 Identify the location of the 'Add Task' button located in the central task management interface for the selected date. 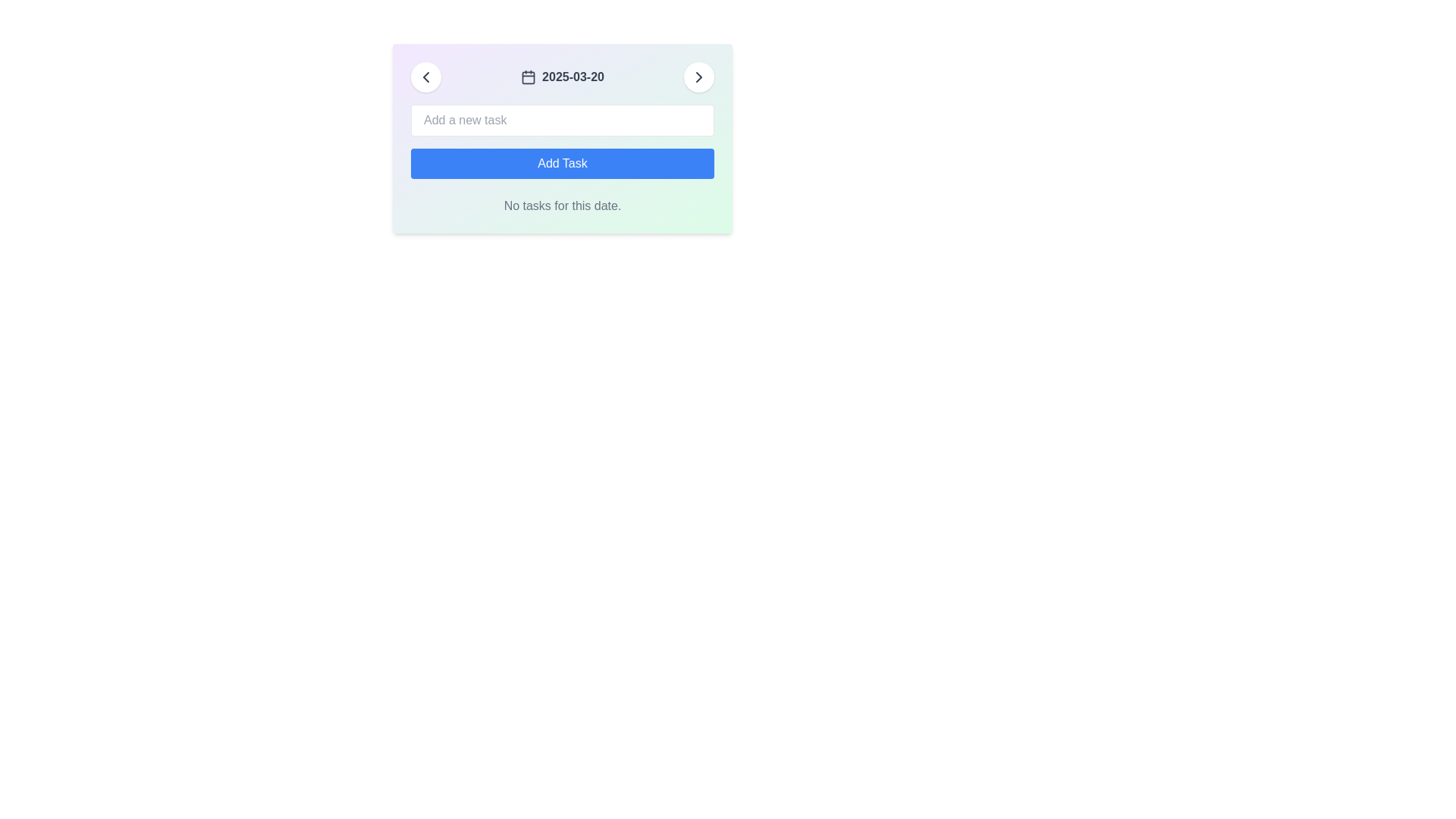
(562, 138).